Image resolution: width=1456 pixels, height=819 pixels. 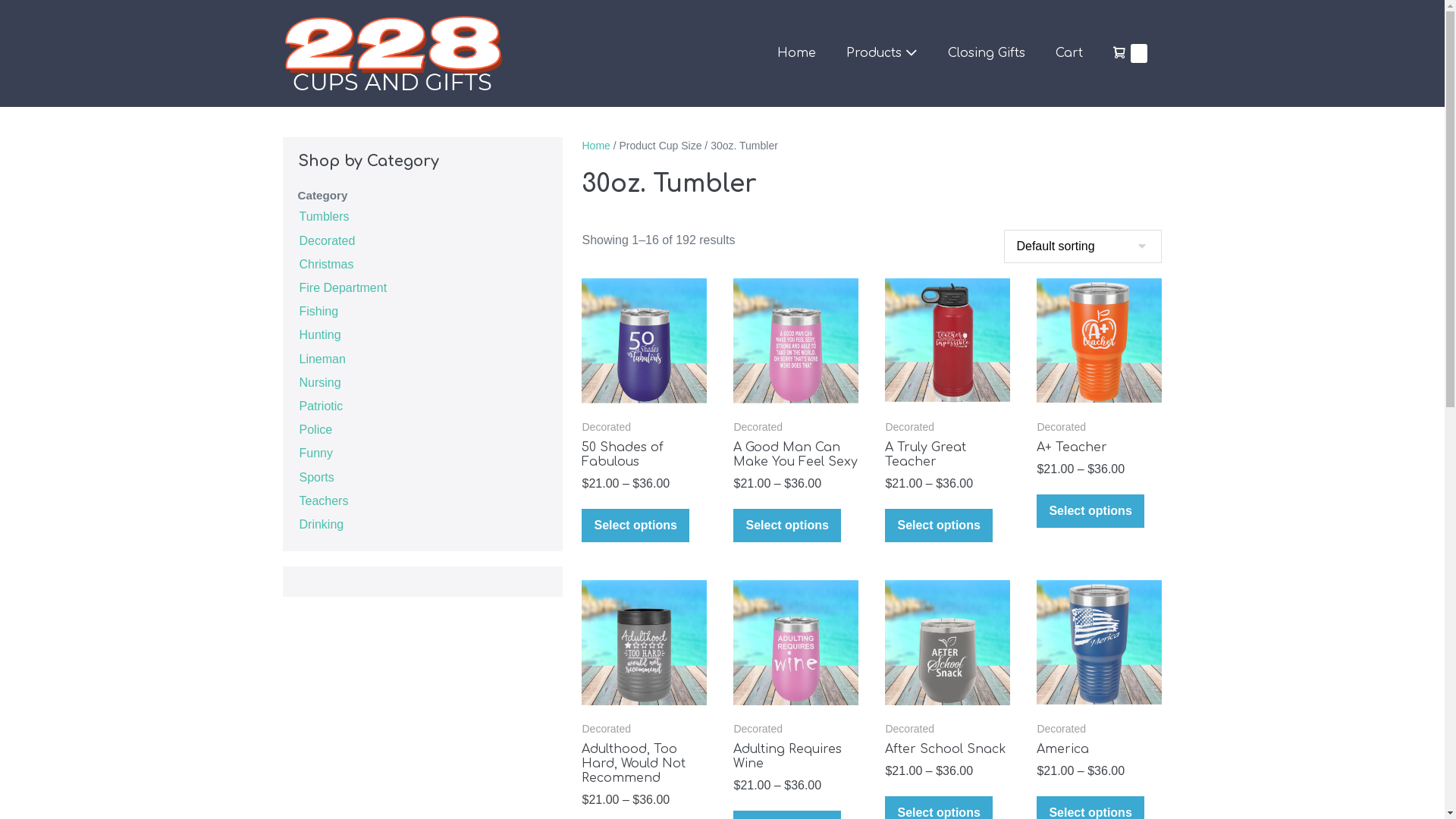 What do you see at coordinates (320, 522) in the screenshot?
I see `'Drinking'` at bounding box center [320, 522].